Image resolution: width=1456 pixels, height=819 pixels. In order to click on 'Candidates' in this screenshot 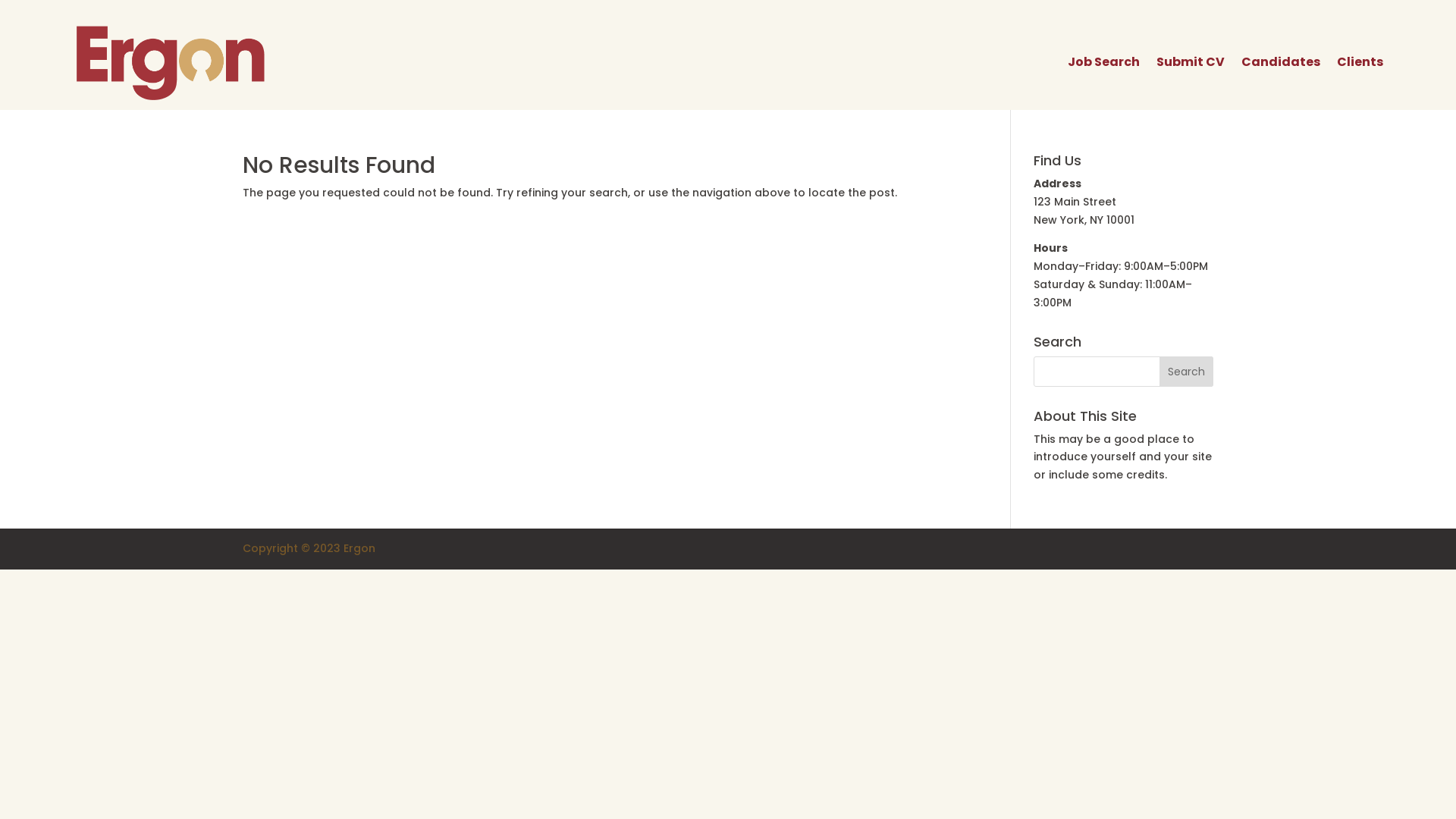, I will do `click(1280, 61)`.